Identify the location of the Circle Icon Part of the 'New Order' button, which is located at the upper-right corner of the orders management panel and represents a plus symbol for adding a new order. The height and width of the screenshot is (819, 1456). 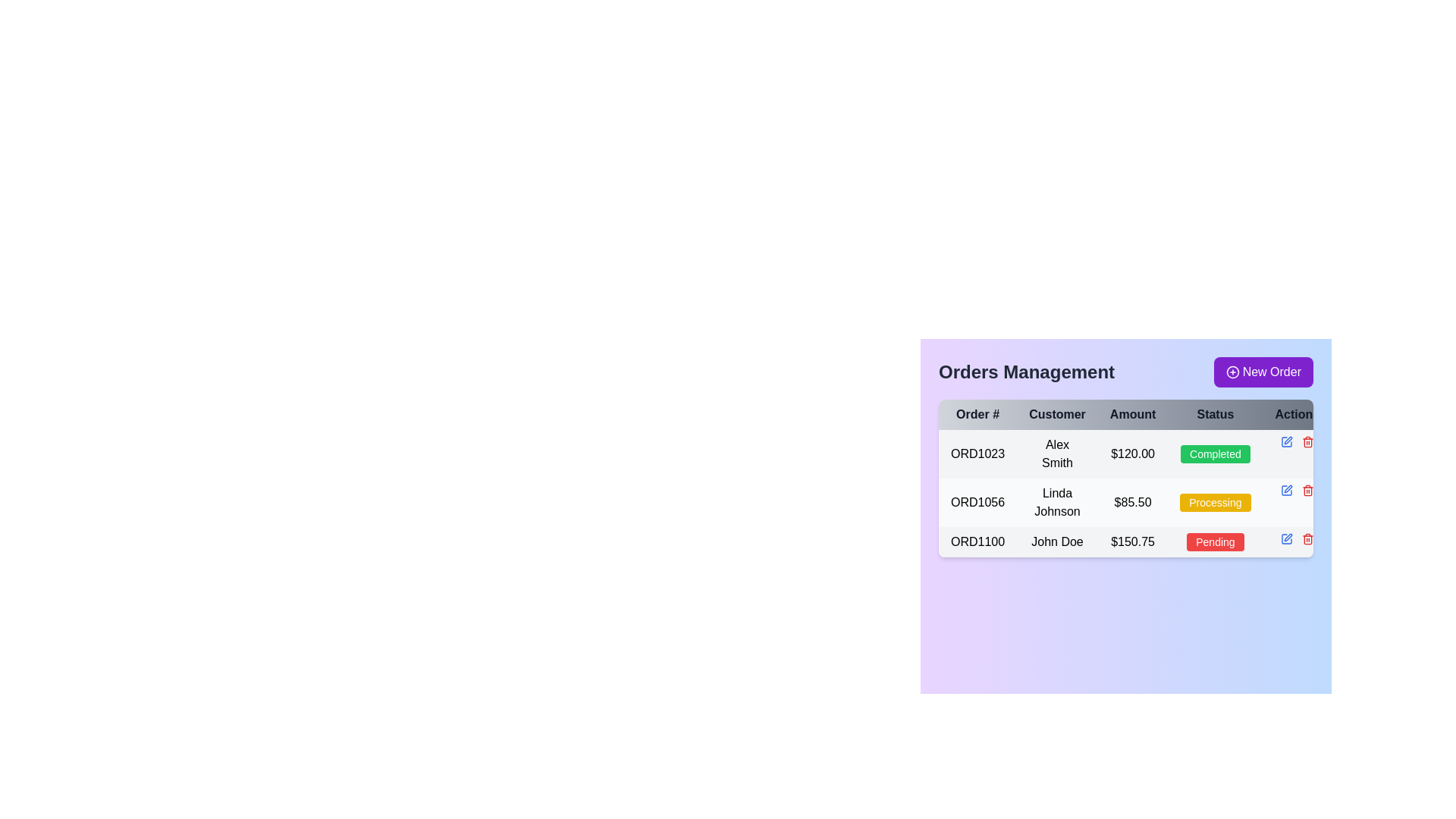
(1232, 372).